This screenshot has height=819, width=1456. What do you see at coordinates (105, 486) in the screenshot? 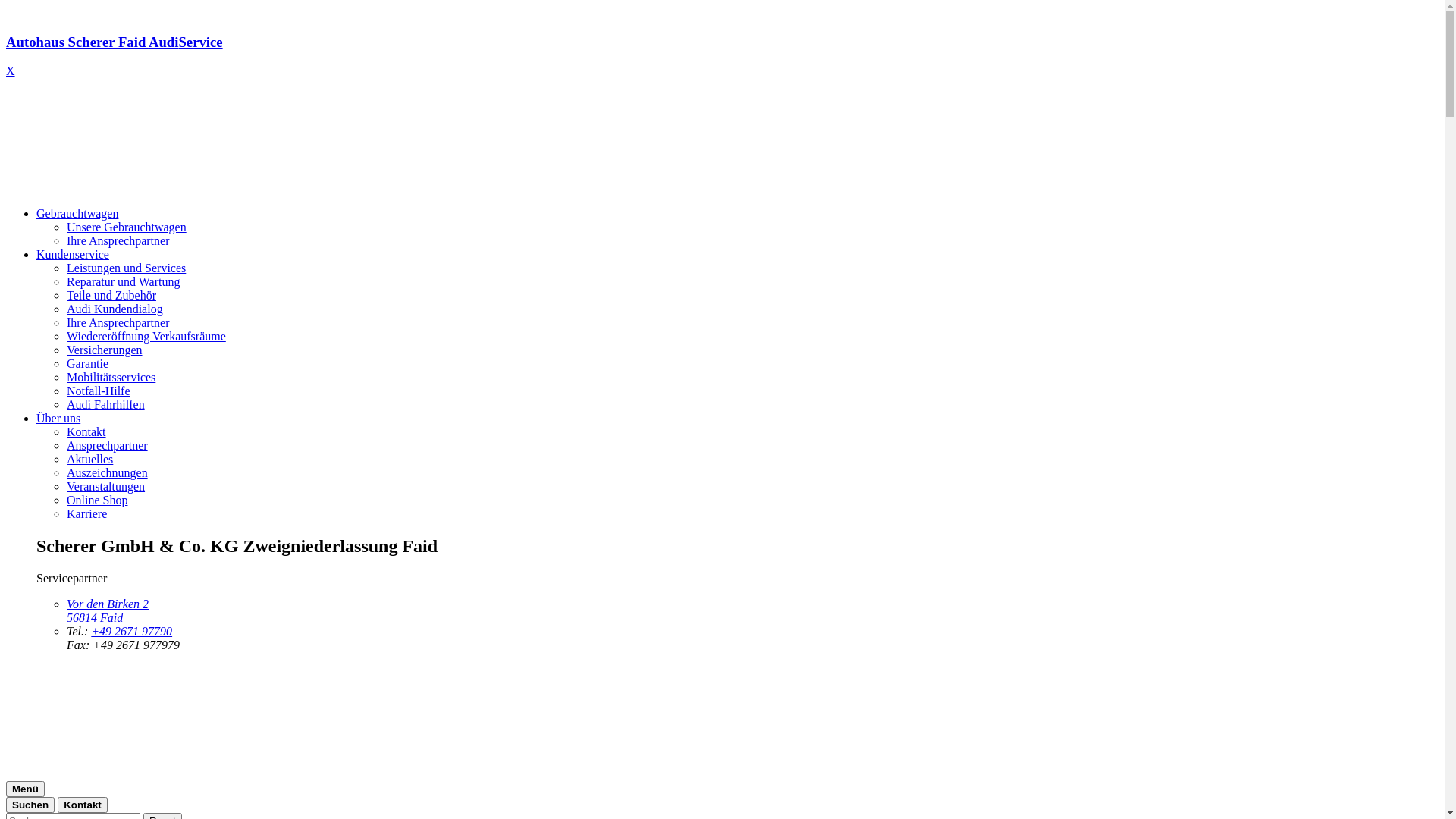
I see `'Veranstaltungen'` at bounding box center [105, 486].